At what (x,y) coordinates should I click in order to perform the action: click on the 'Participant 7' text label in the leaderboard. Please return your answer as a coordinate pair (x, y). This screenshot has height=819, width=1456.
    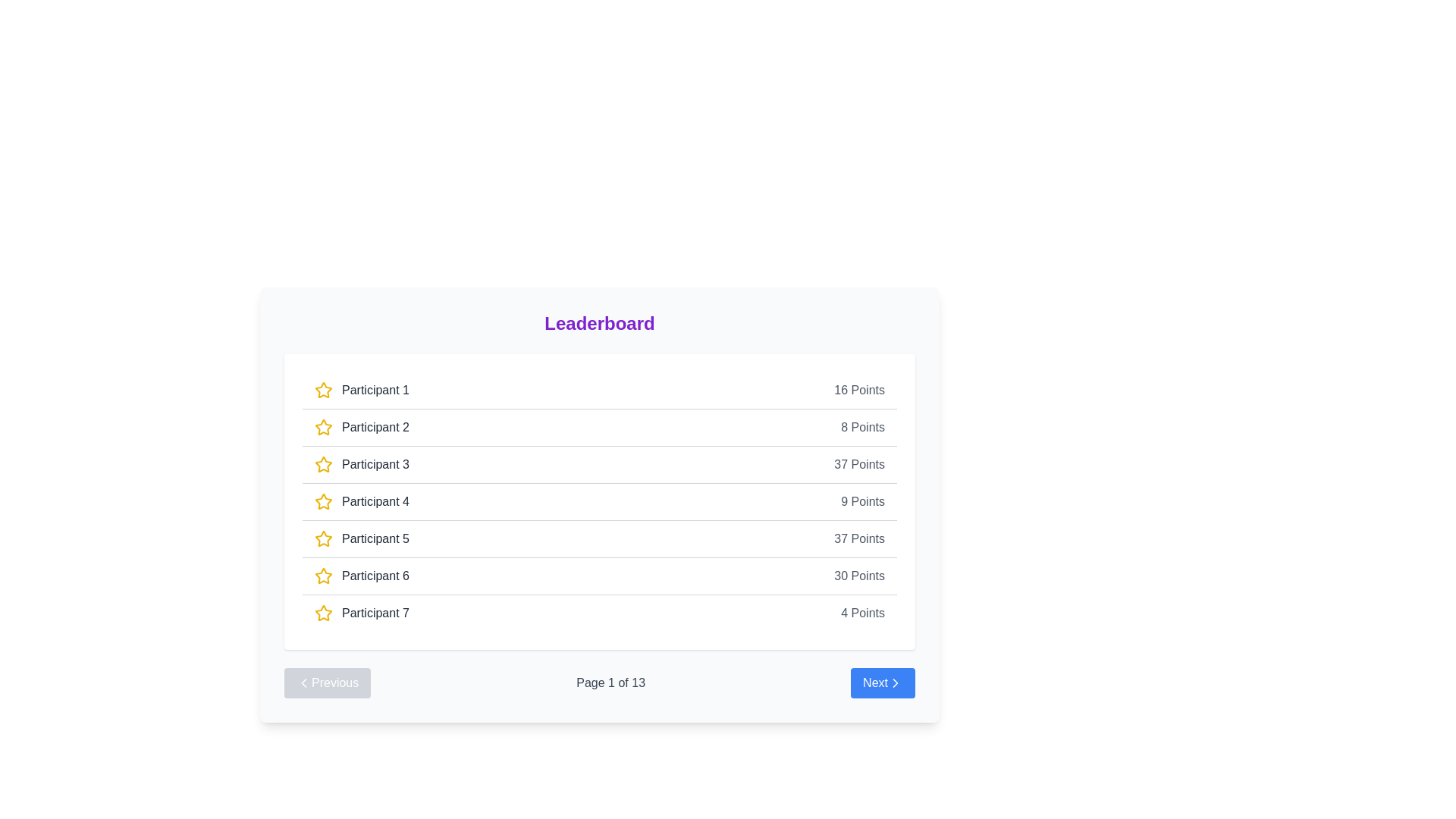
    Looking at the image, I should click on (375, 613).